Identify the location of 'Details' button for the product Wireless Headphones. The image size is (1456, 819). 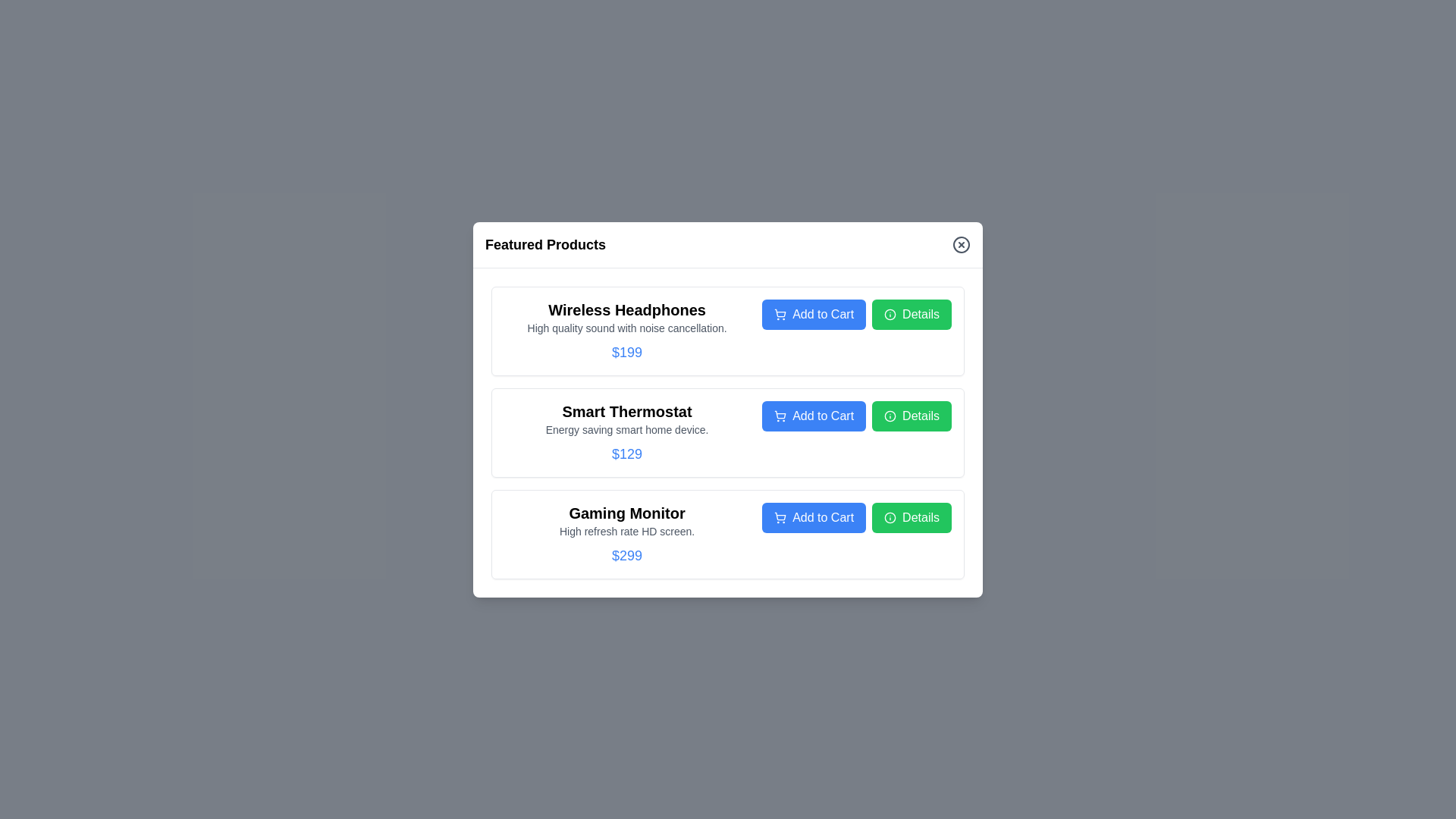
(911, 313).